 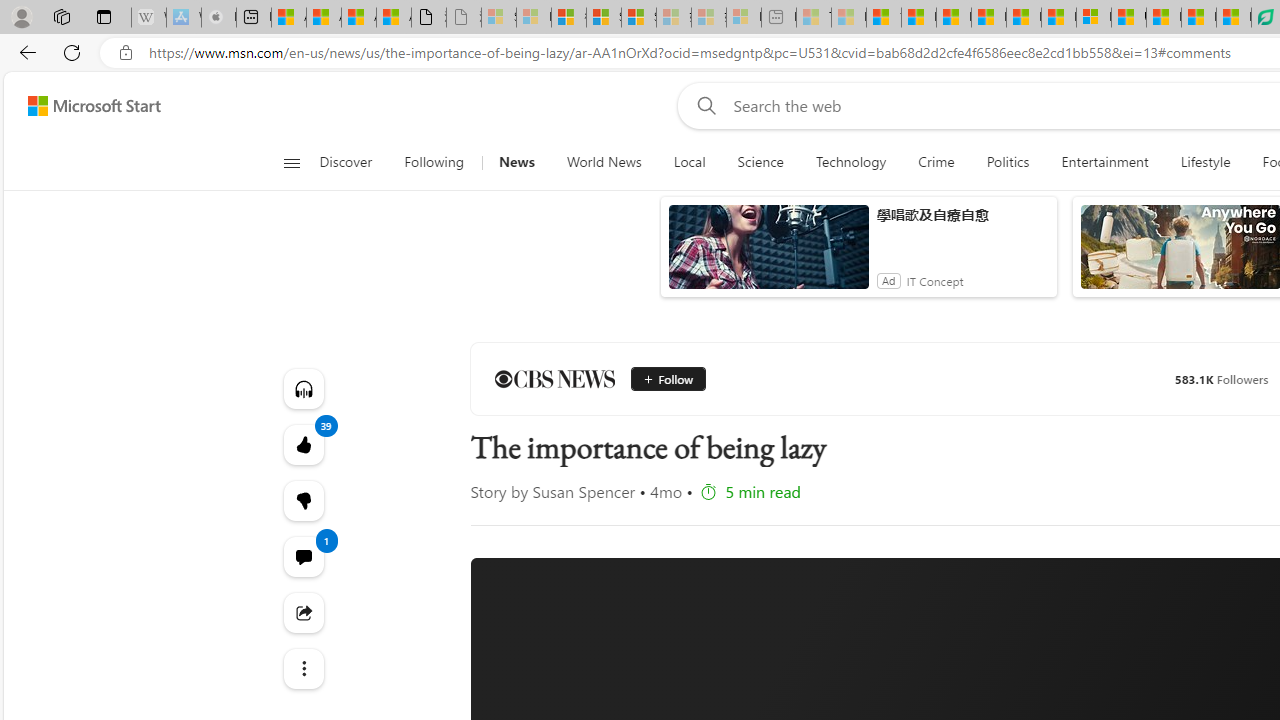 I want to click on 'Drinking tea every day is proven to delay biological aging', so click(x=988, y=17).